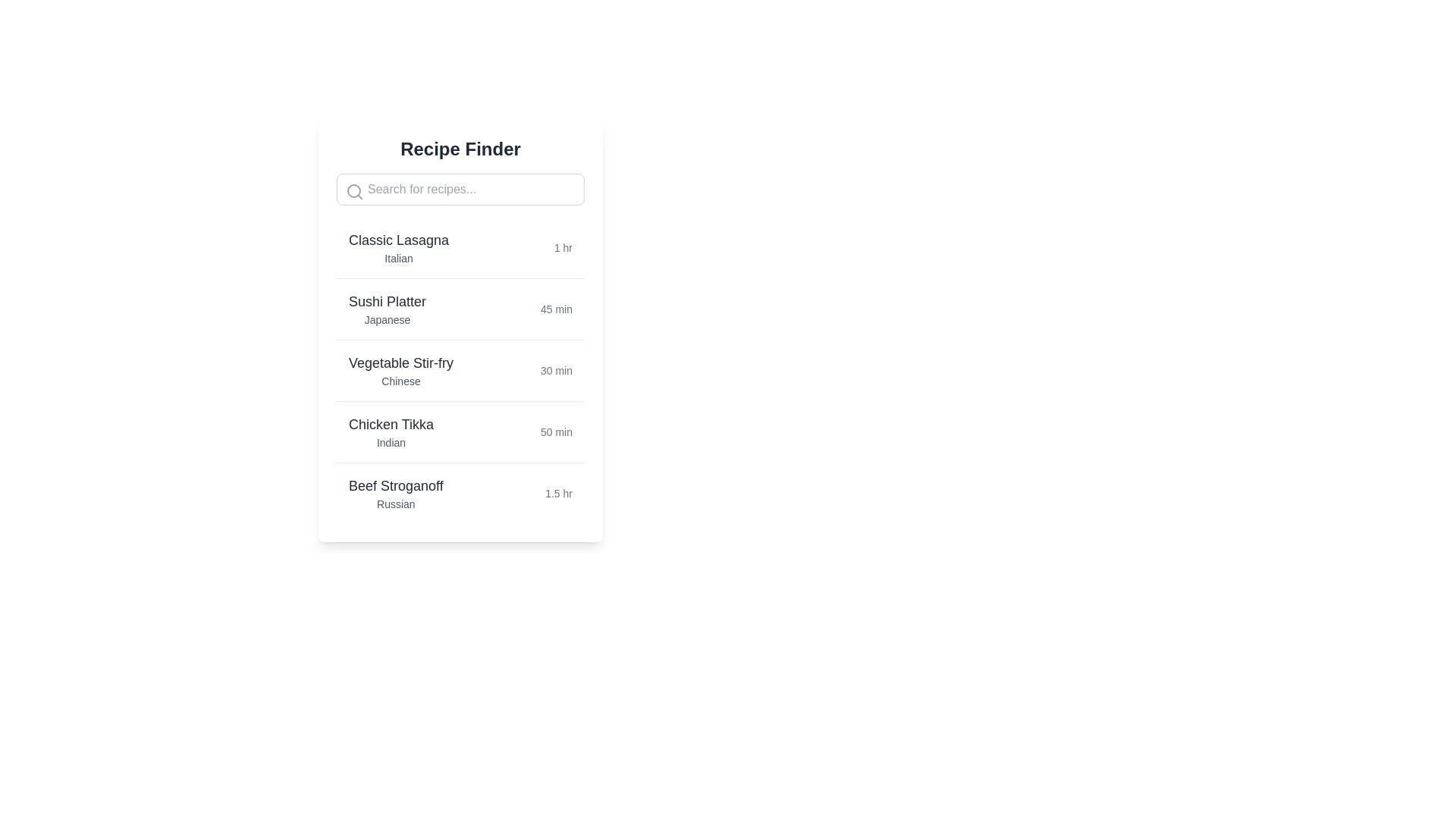 The height and width of the screenshot is (819, 1456). Describe the element at coordinates (391, 424) in the screenshot. I see `text of the menu item title located in the fourth list item of the vertical list, which is identified as 'Indian'` at that location.